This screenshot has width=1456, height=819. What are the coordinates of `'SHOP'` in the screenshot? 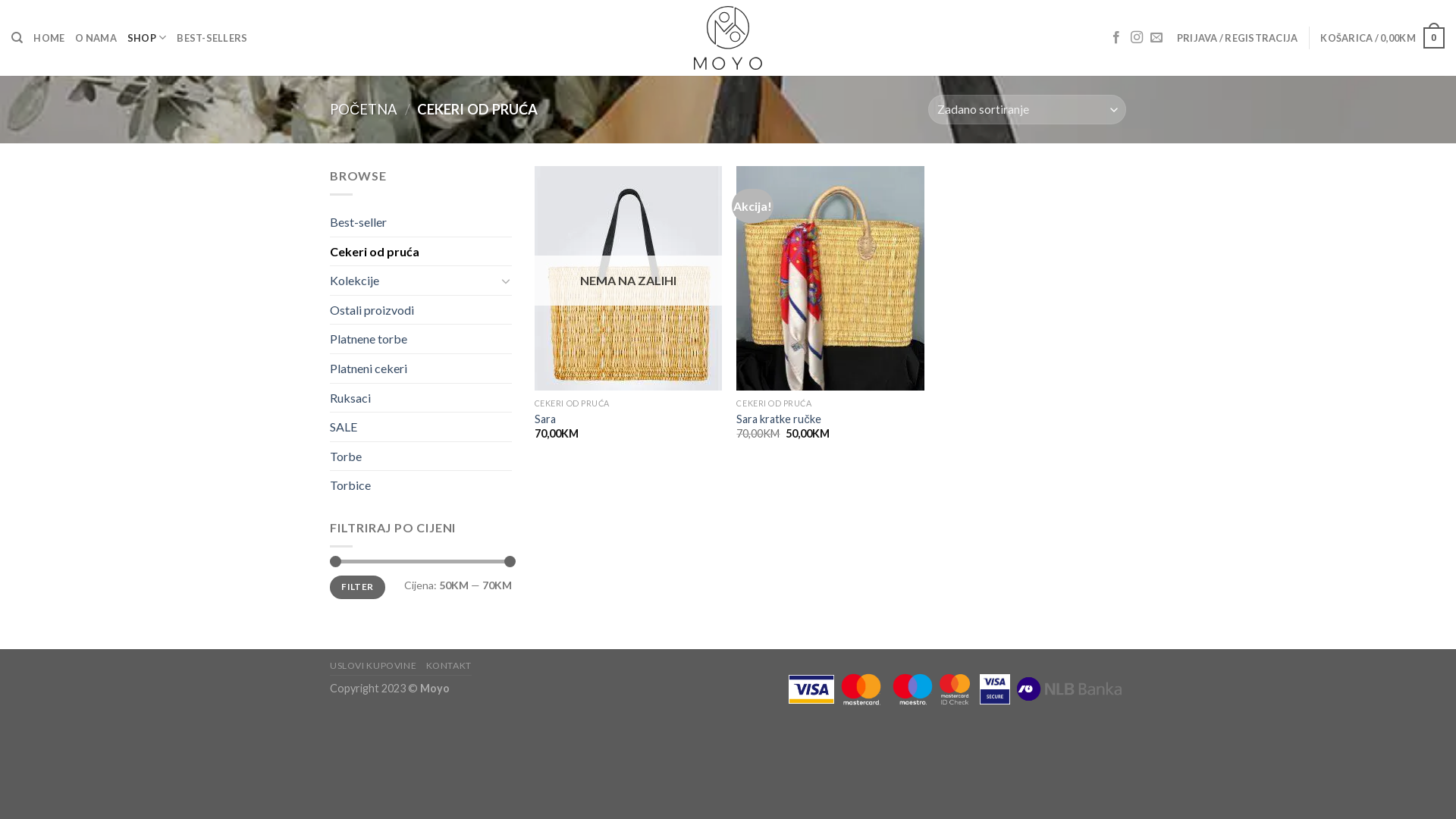 It's located at (127, 37).